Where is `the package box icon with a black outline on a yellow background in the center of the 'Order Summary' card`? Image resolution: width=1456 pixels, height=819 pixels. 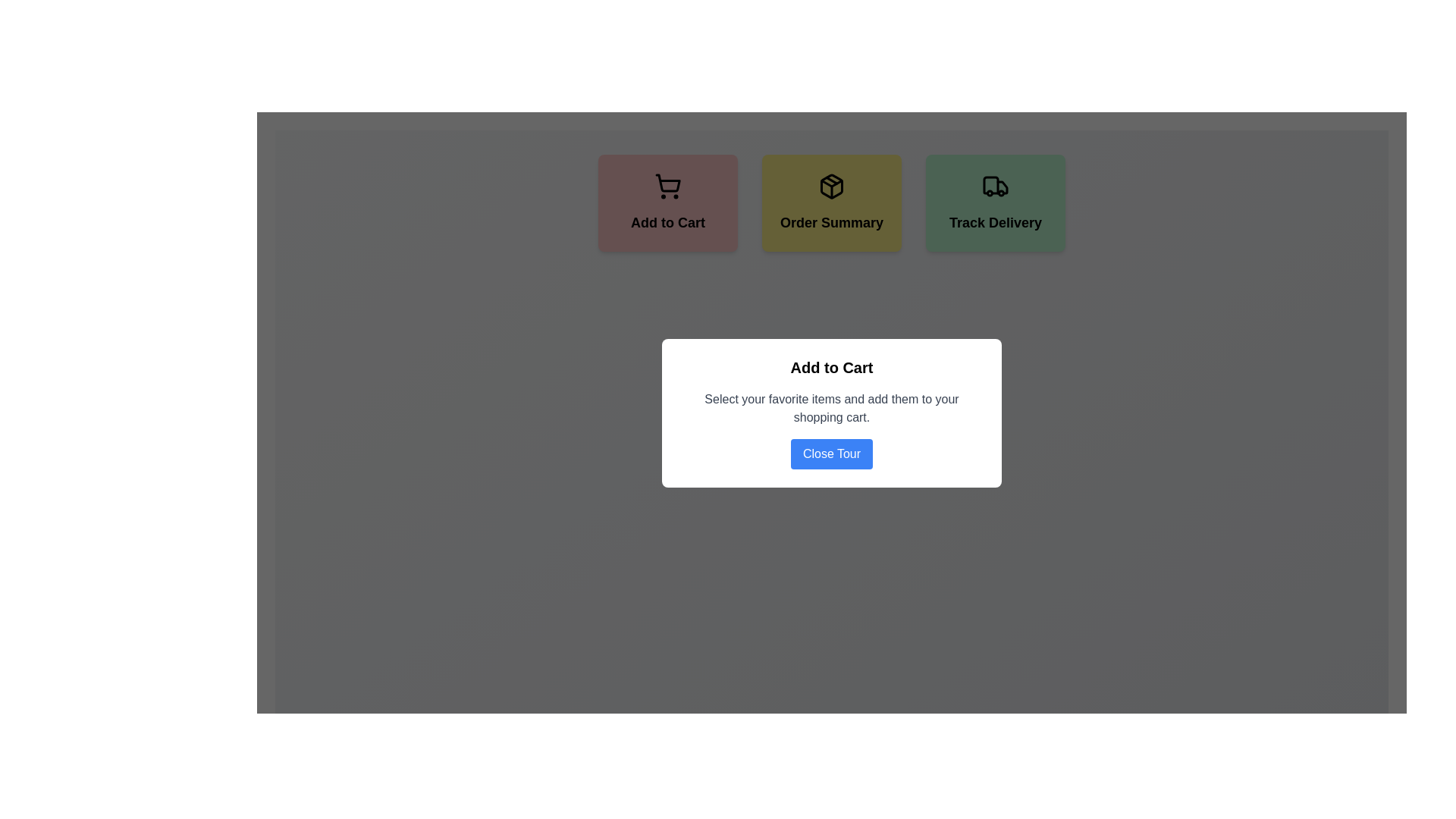 the package box icon with a black outline on a yellow background in the center of the 'Order Summary' card is located at coordinates (831, 186).